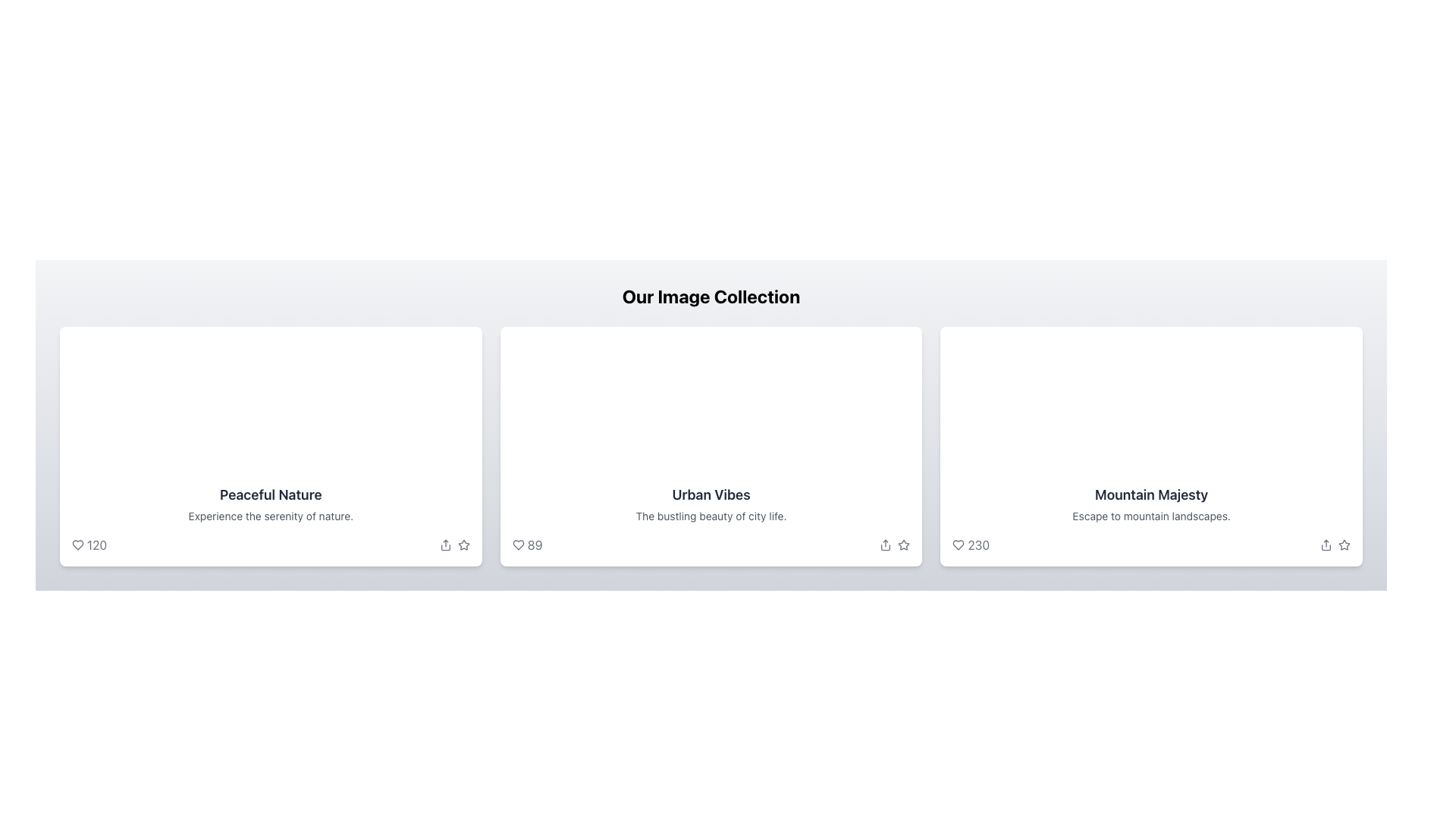 This screenshot has width=1456, height=819. I want to click on the left icon of the Button Group, which resembles a share or upload symbol, located in the bottom-right corner of the card labeled 'Mountain Majesty', so click(1335, 544).